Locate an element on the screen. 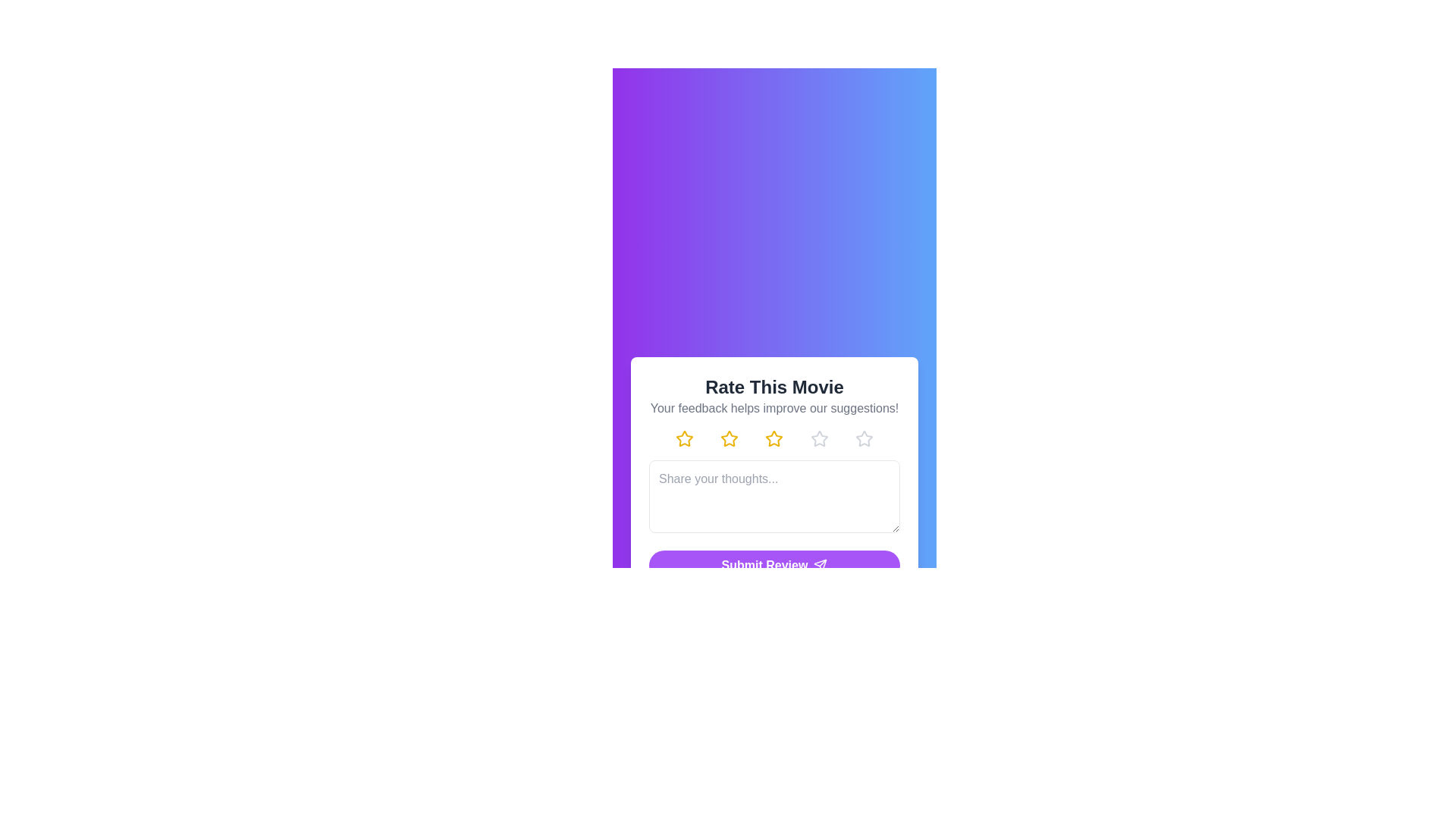  the submit review button located at the bottom of the card-like panel is located at coordinates (774, 565).